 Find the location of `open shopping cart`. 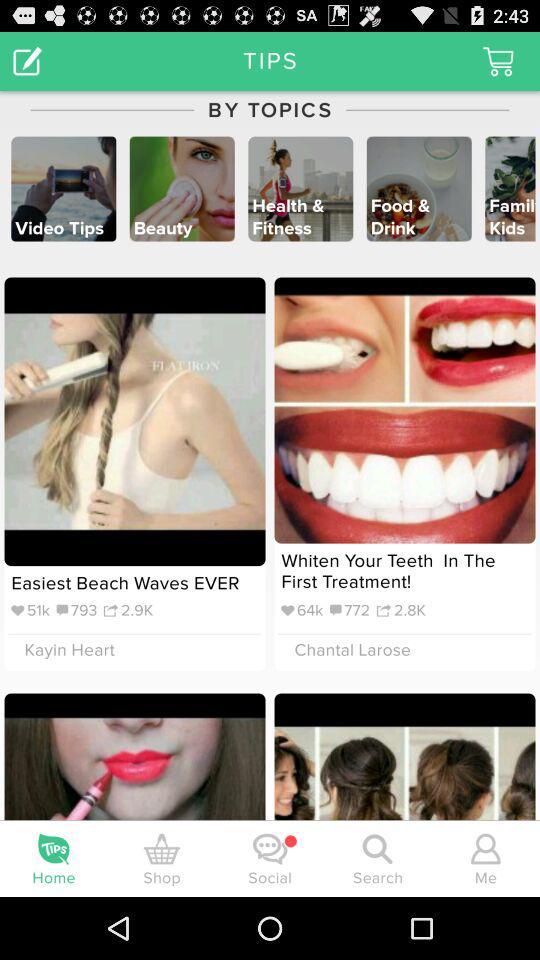

open shopping cart is located at coordinates (497, 61).